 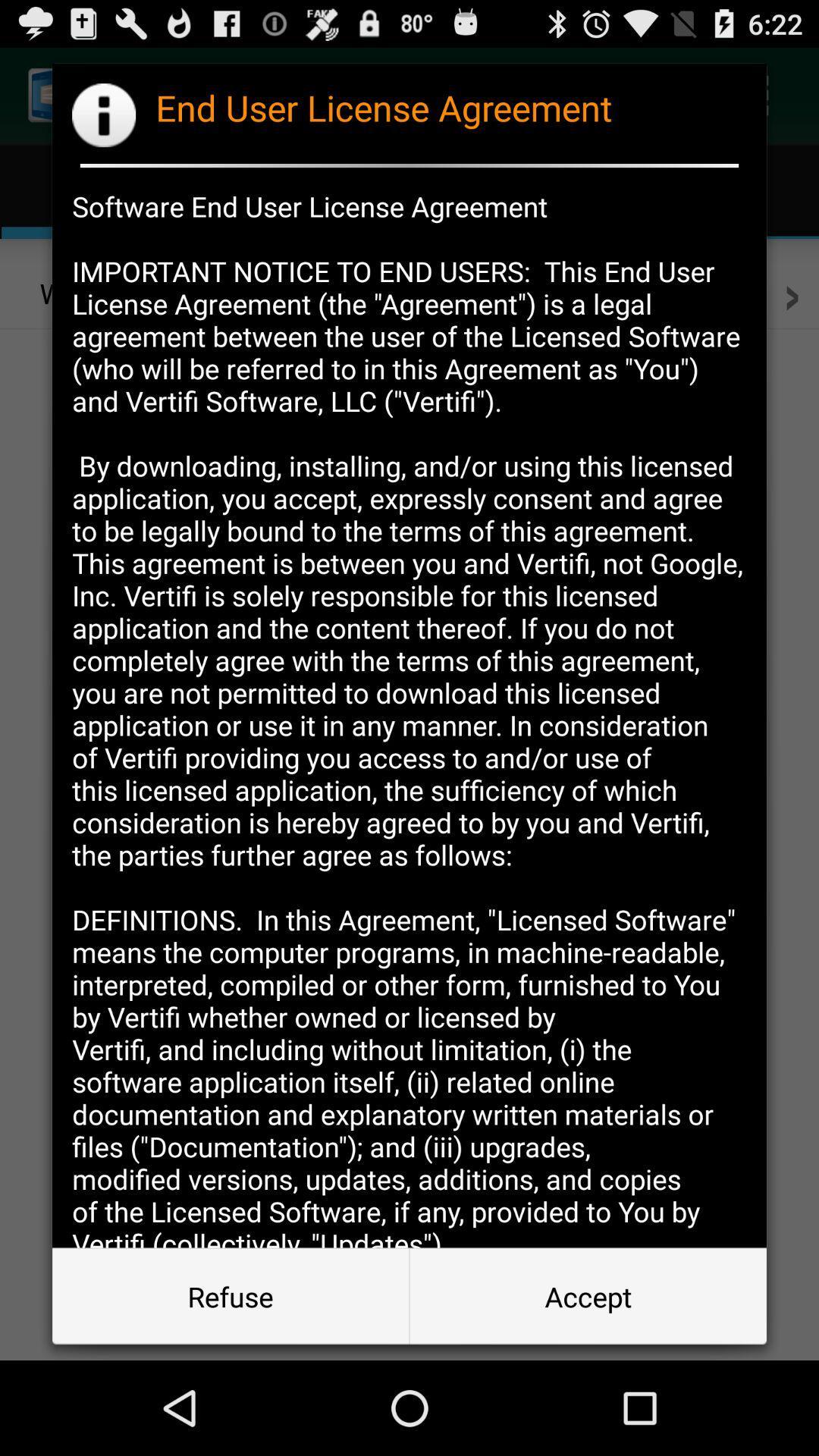 What do you see at coordinates (587, 1295) in the screenshot?
I see `the accept item` at bounding box center [587, 1295].